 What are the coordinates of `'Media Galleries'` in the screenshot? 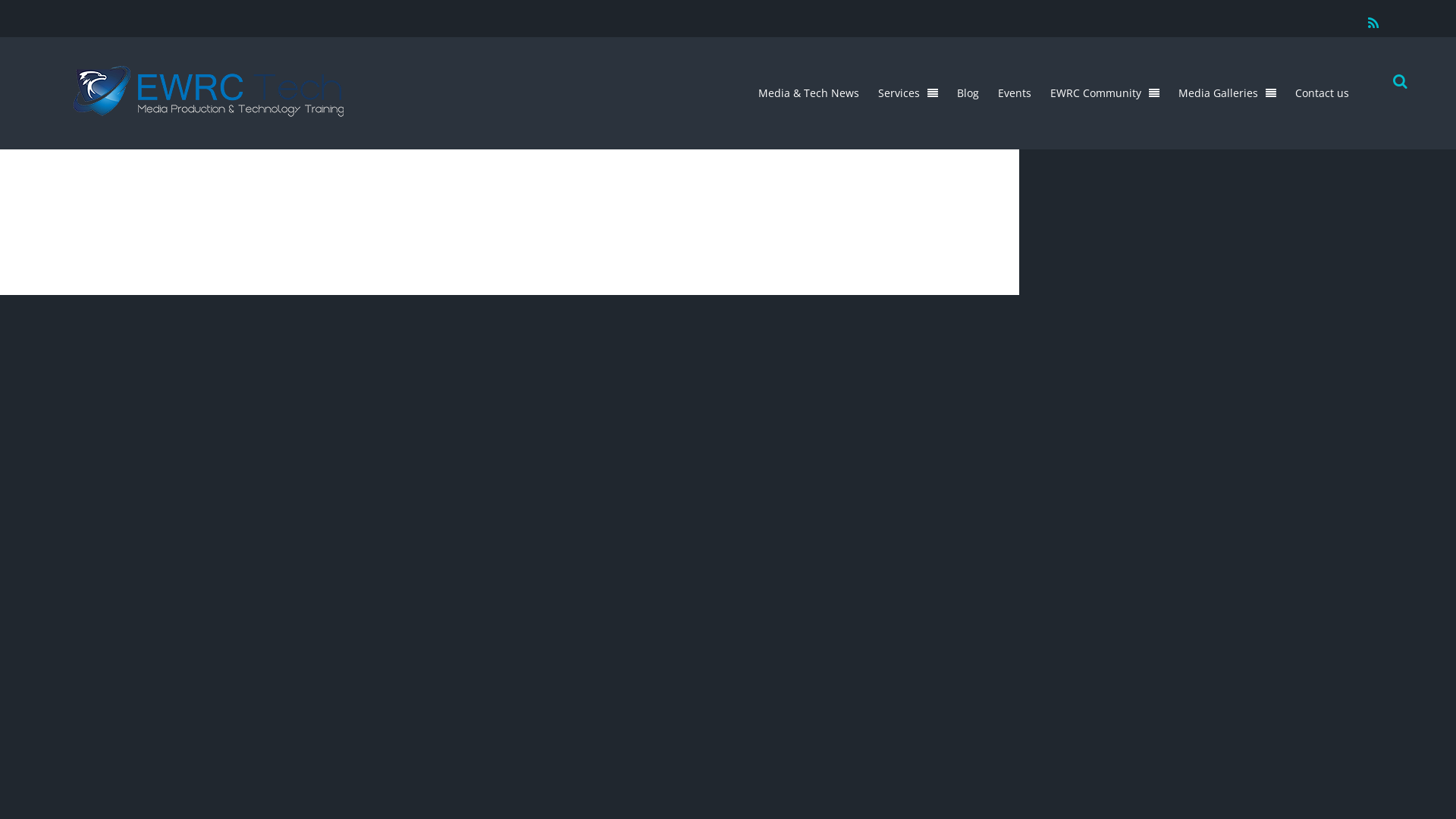 It's located at (1227, 93).